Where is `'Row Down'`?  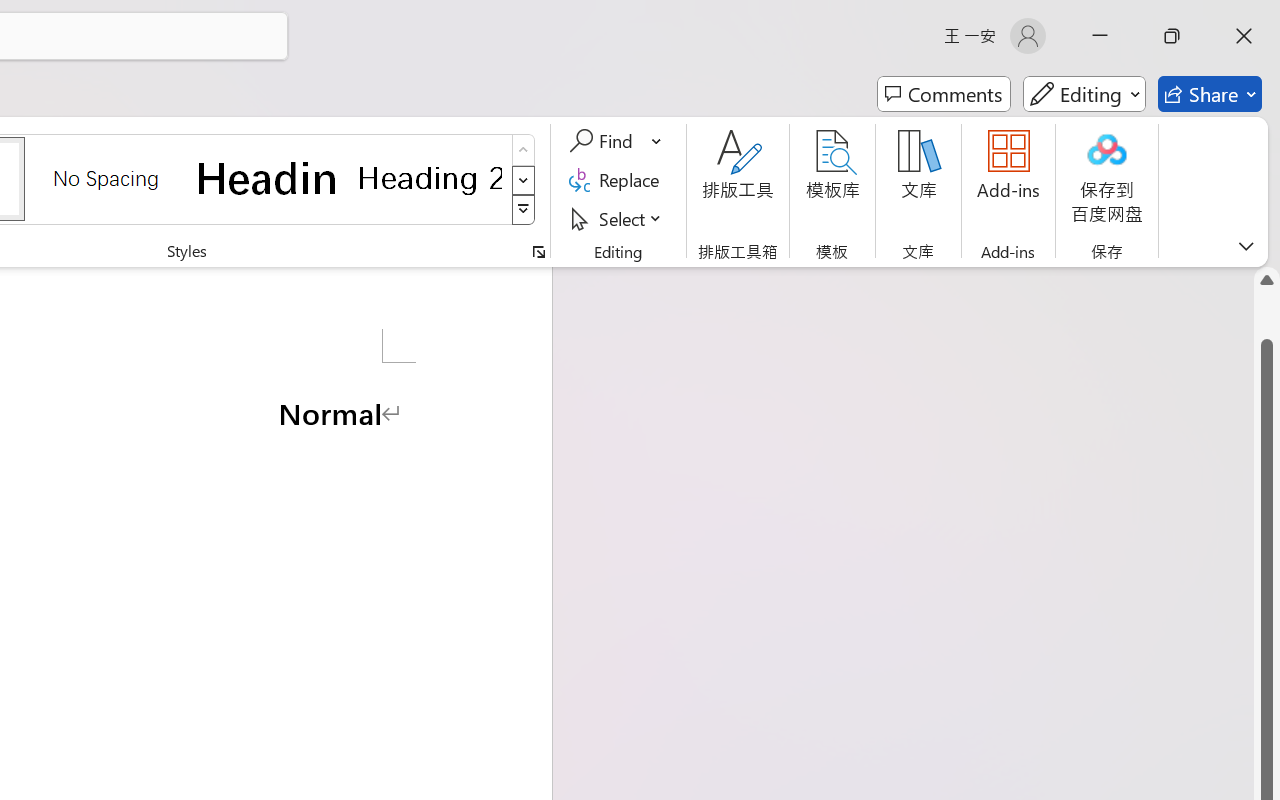 'Row Down' is located at coordinates (523, 179).